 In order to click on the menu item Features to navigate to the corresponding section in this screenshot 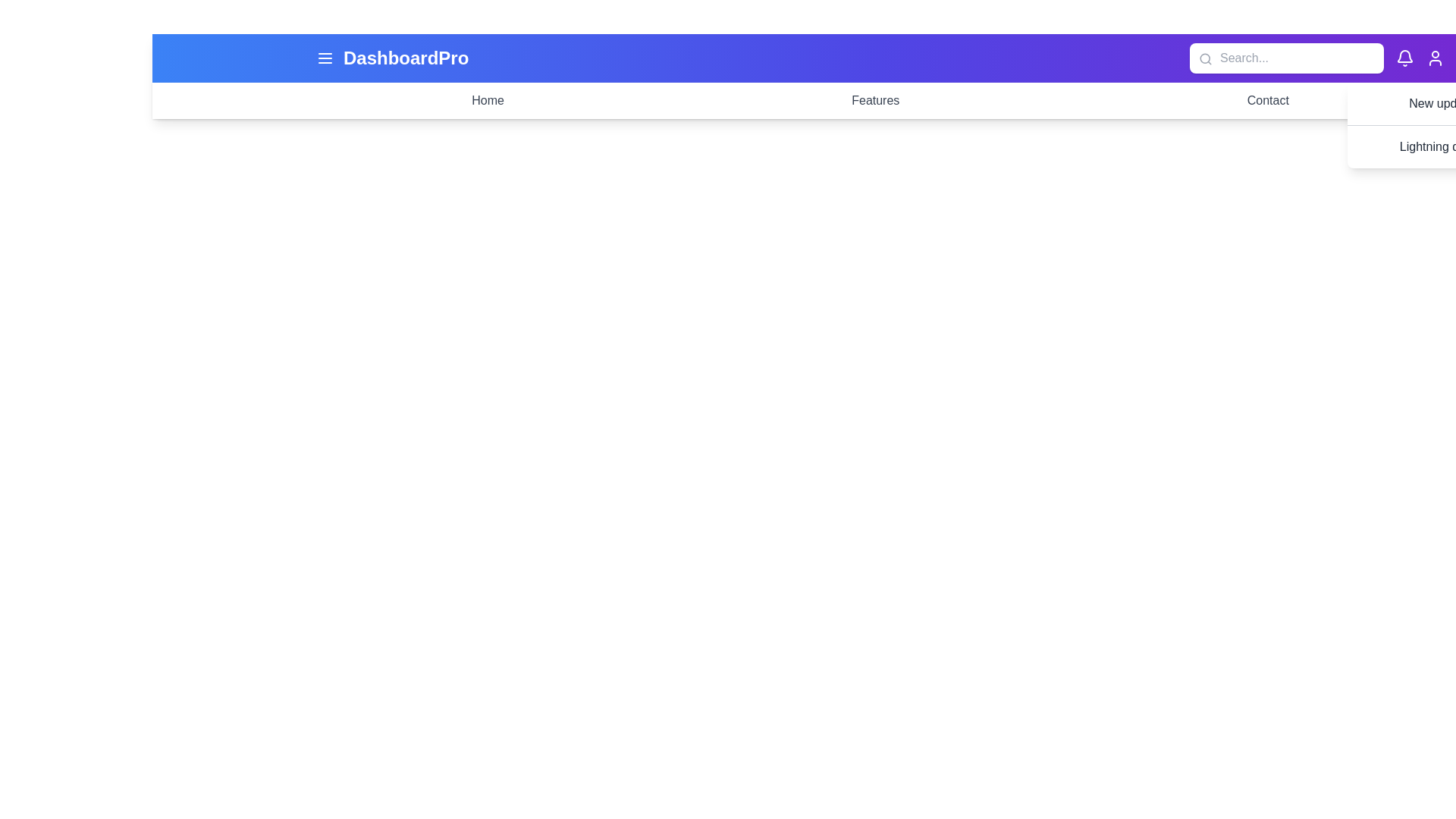, I will do `click(875, 100)`.